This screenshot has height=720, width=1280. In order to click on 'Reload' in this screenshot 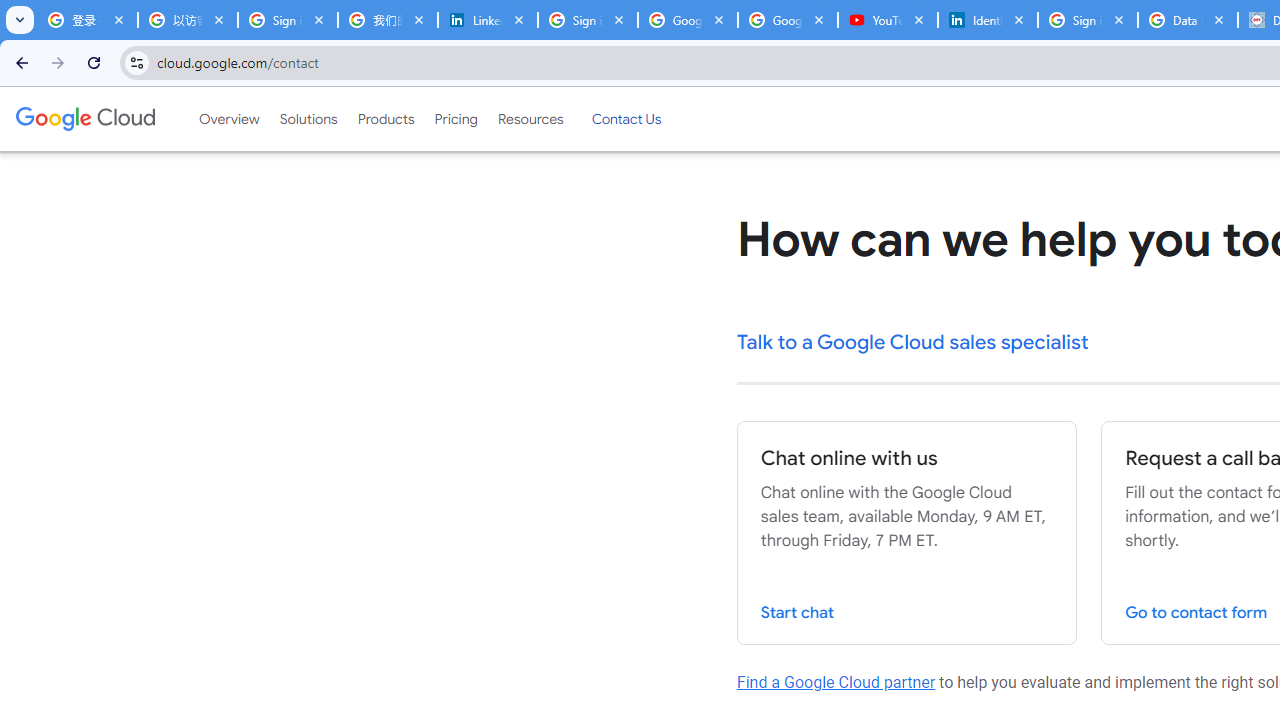, I will do `click(93, 61)`.